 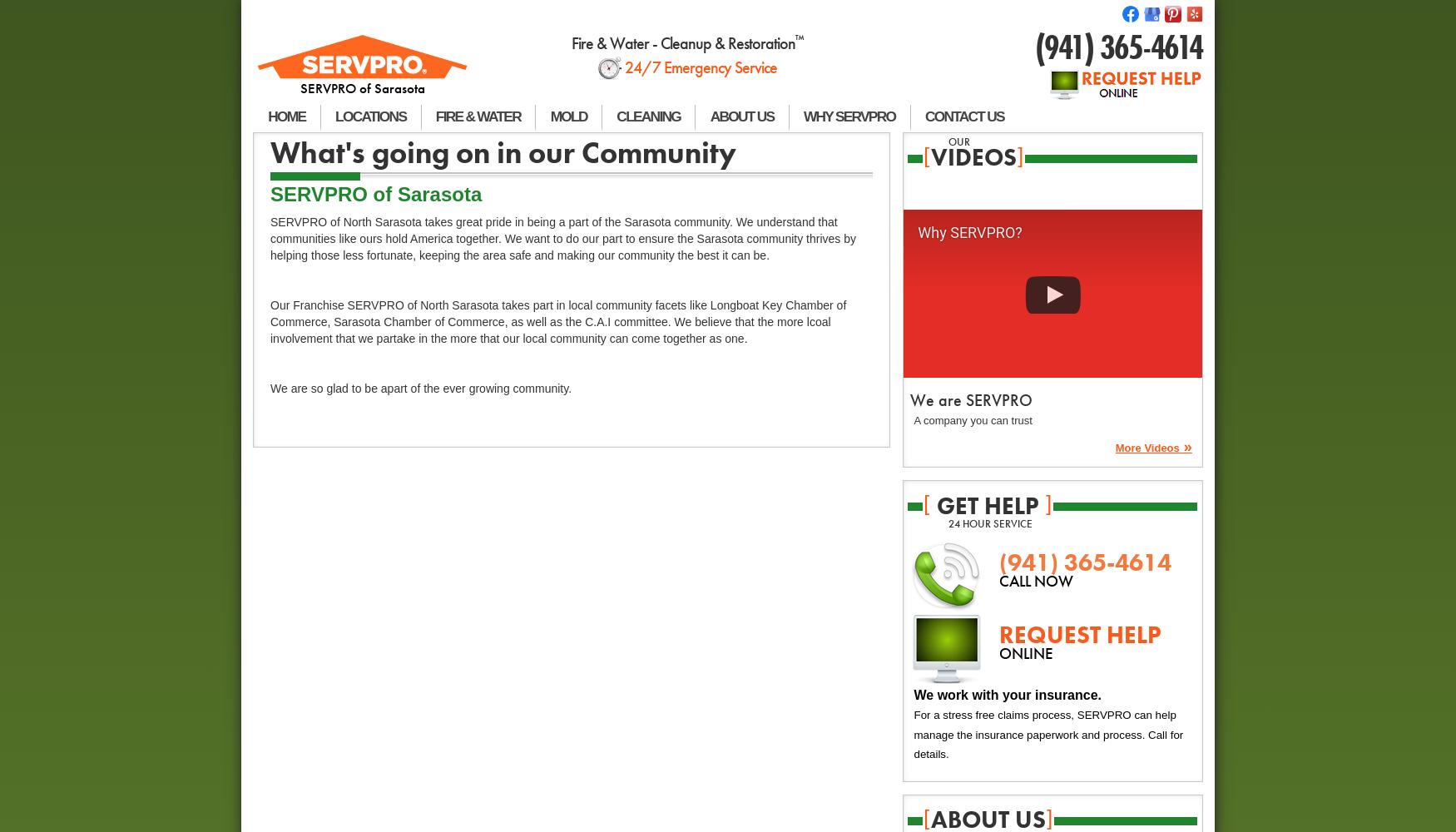 I want to click on 'CALL NOW', so click(x=998, y=581).